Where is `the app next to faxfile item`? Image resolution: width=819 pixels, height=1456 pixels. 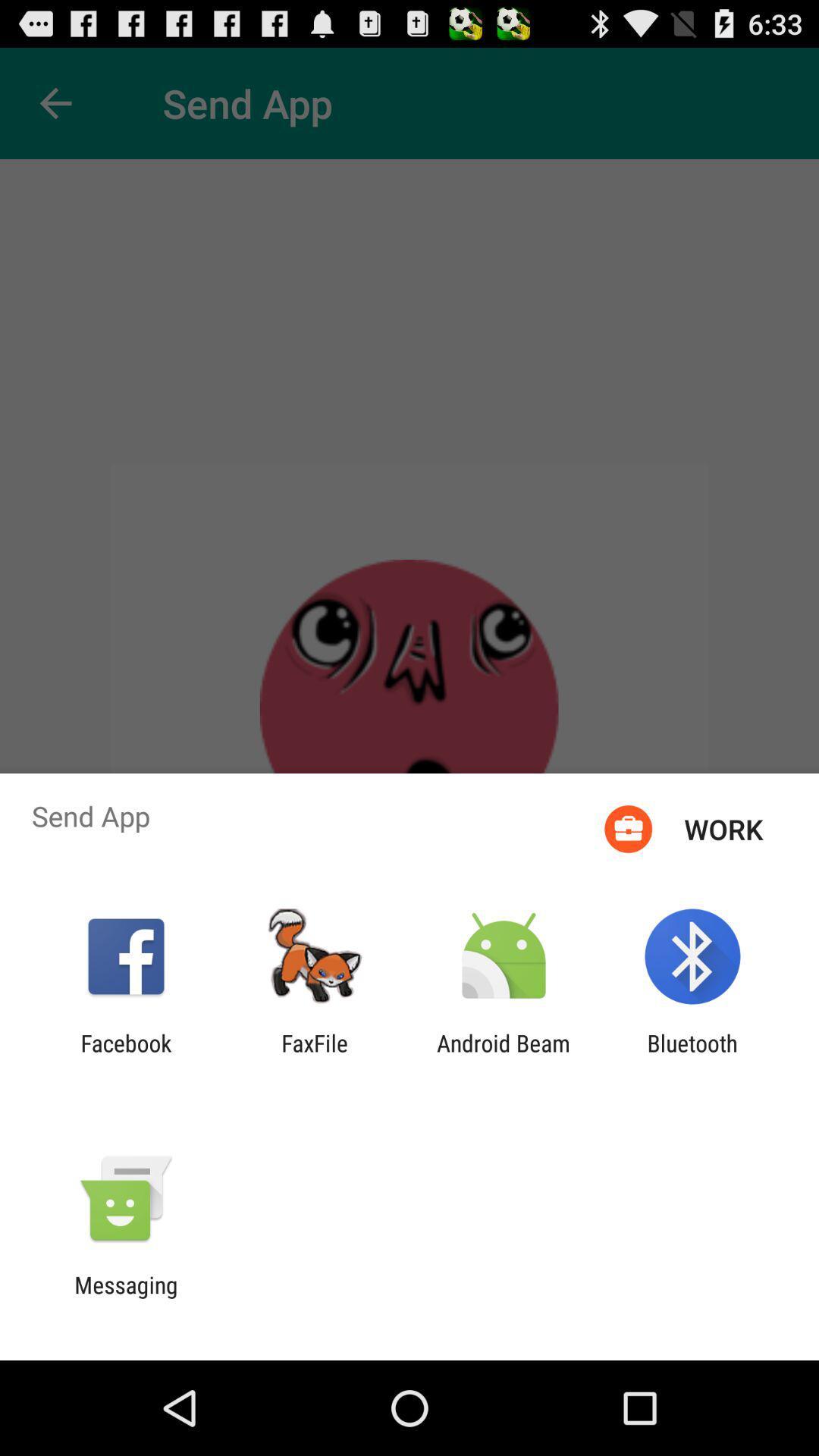
the app next to faxfile item is located at coordinates (125, 1056).